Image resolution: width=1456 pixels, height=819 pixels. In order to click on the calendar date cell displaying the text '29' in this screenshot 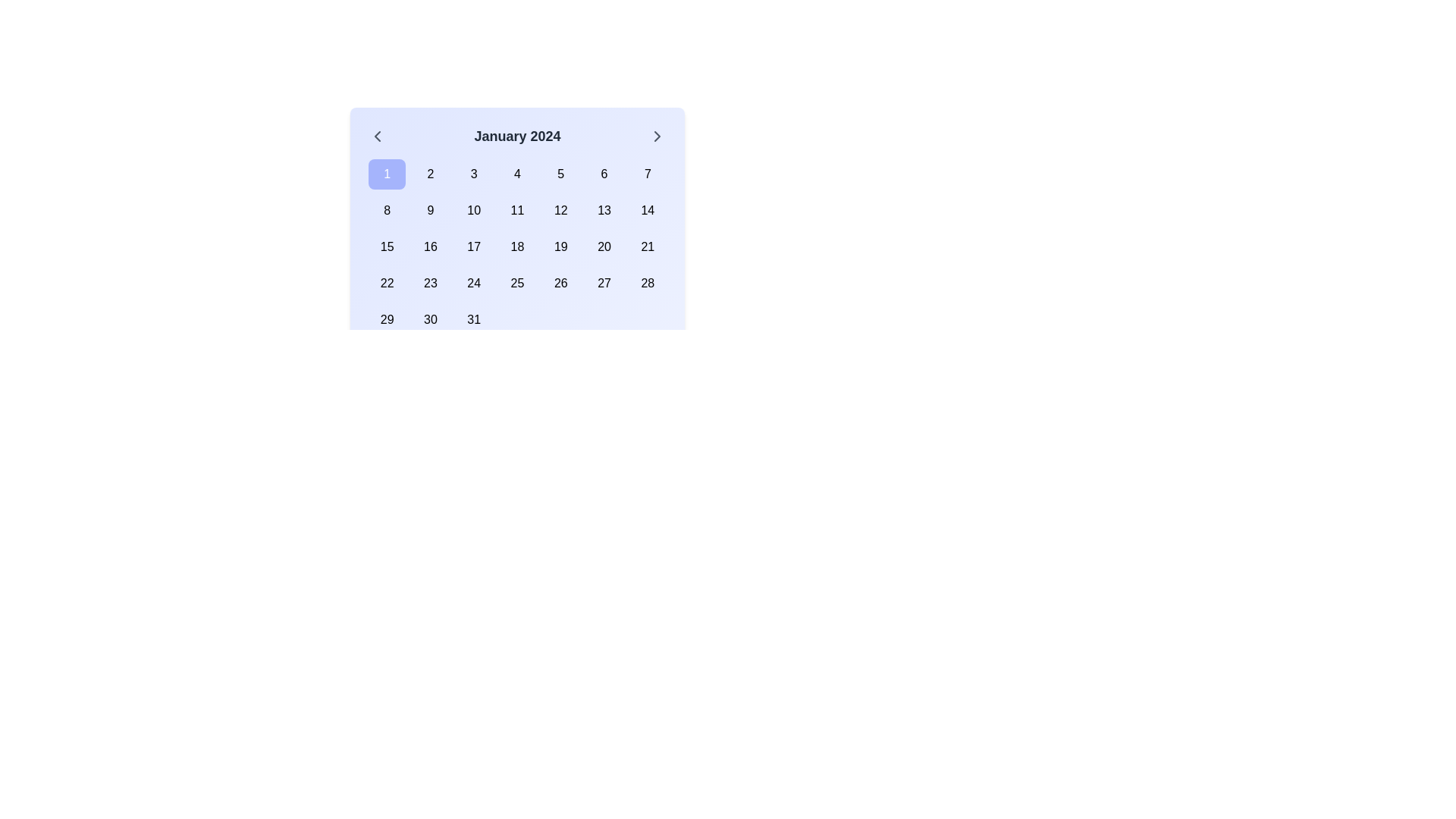, I will do `click(387, 318)`.